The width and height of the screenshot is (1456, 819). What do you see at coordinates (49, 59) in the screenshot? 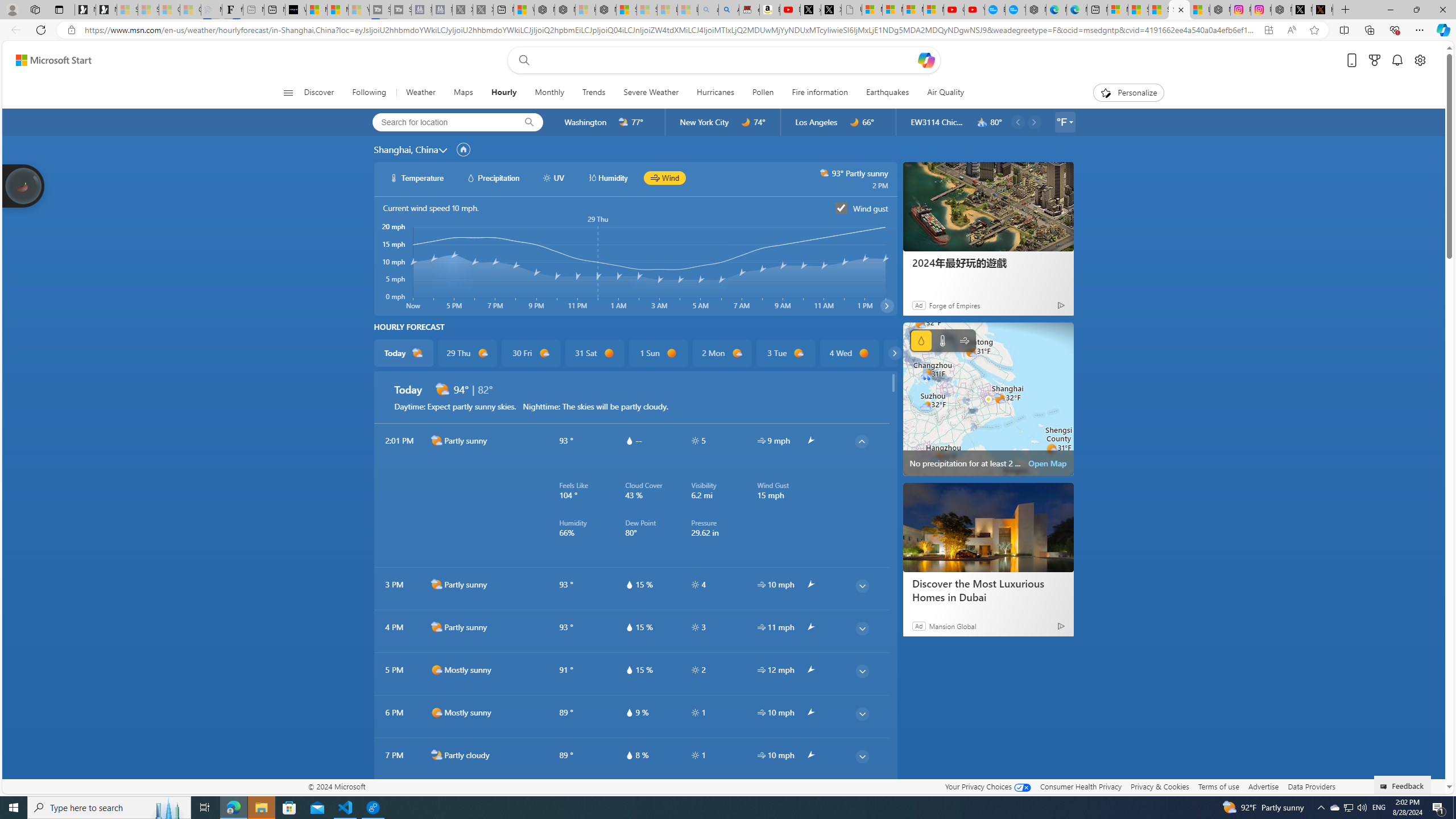
I see `'Skip to content'` at bounding box center [49, 59].